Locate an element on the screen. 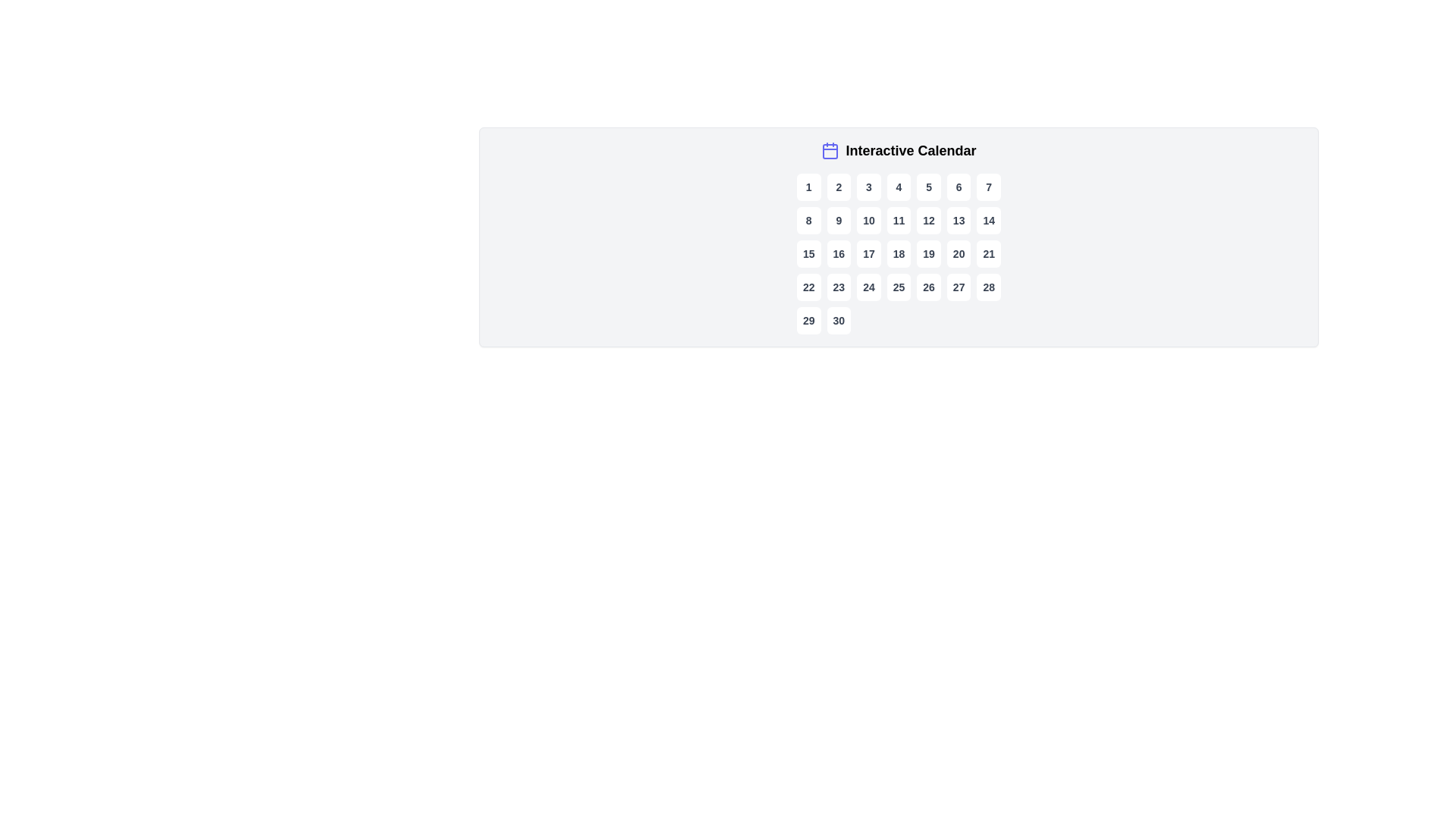 The width and height of the screenshot is (1456, 819). the selectable day button located in the first row, seventh column of the calendar interface is located at coordinates (989, 186).